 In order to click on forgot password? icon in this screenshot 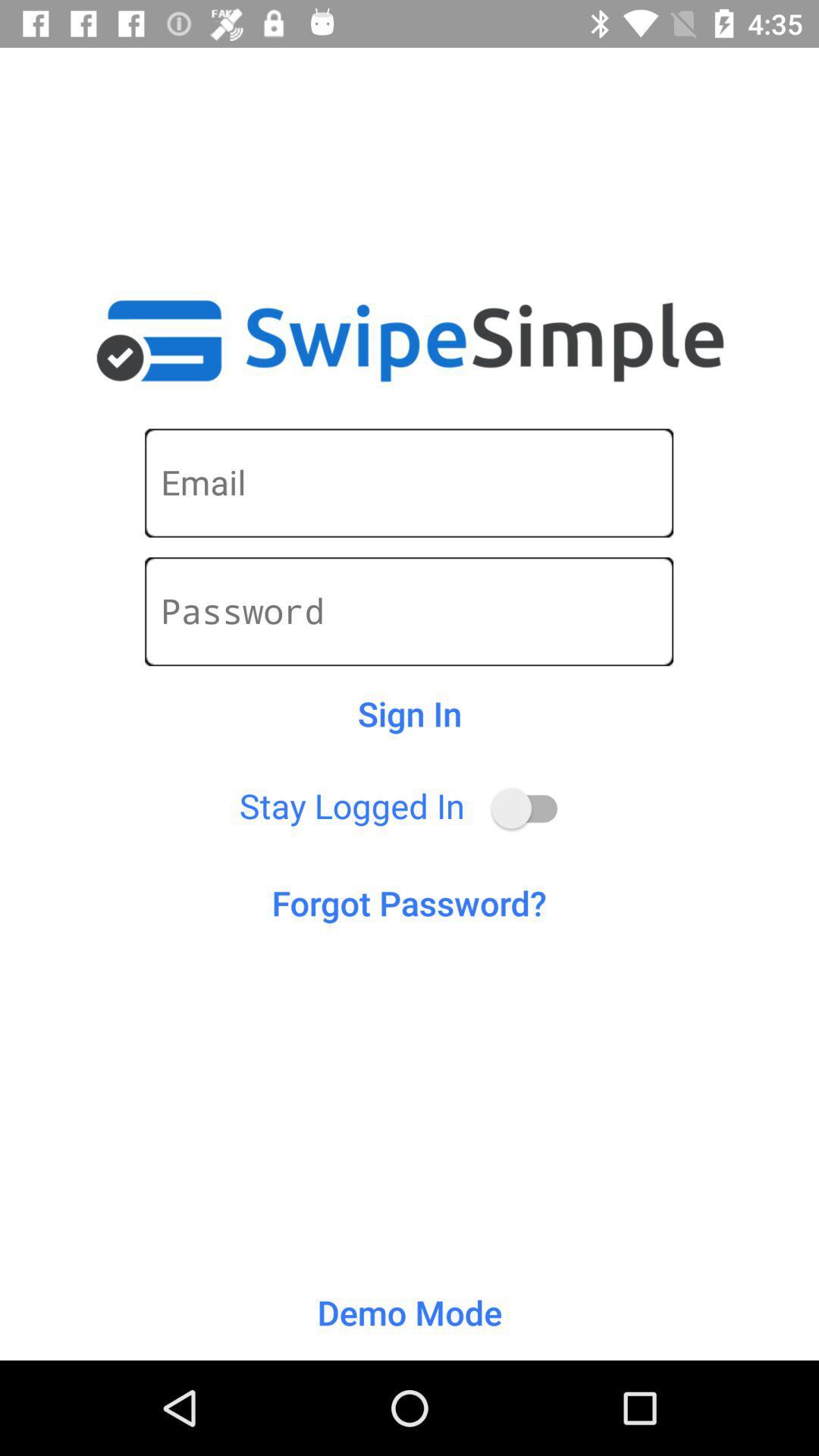, I will do `click(408, 902)`.